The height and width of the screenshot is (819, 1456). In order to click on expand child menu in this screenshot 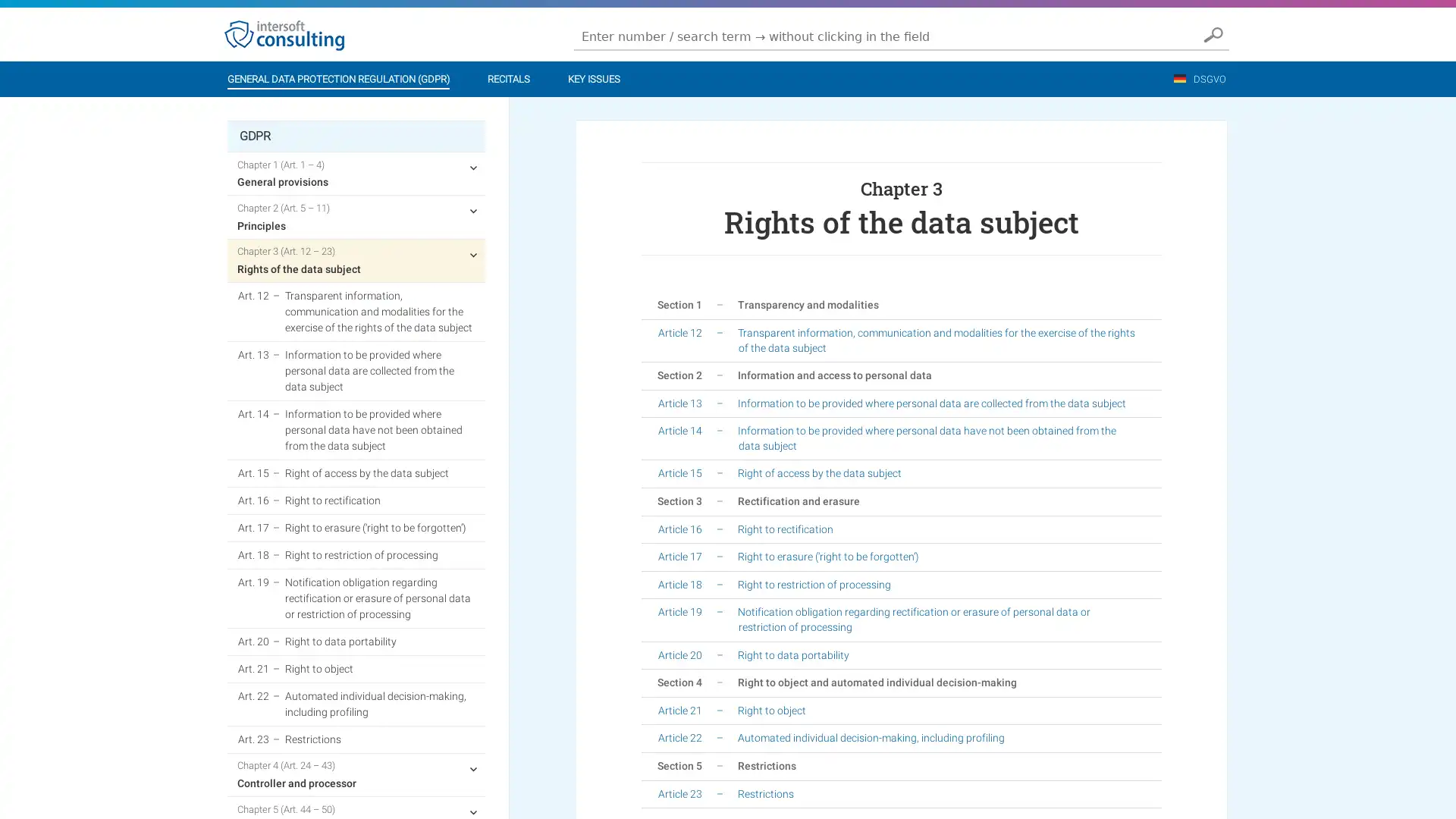, I will do `click(472, 167)`.